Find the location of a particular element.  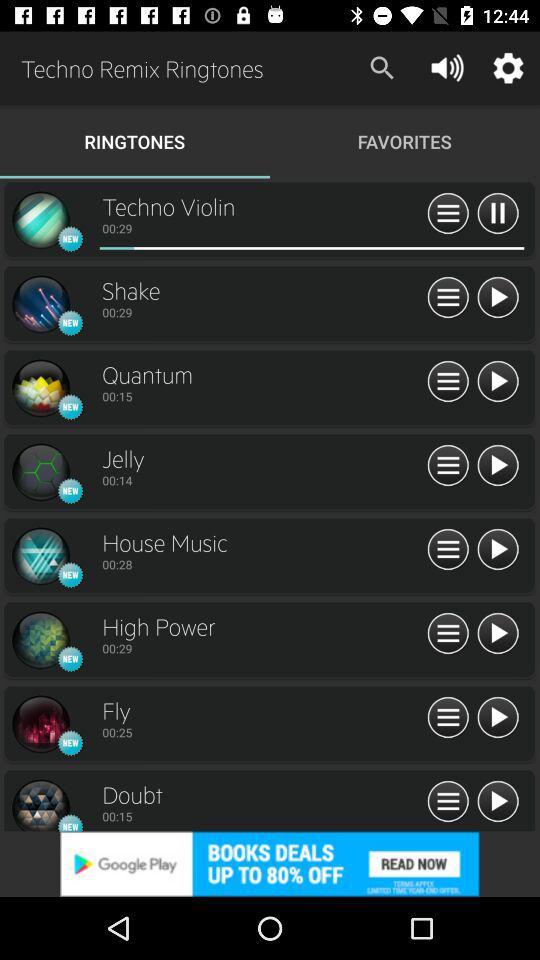

song is located at coordinates (496, 802).